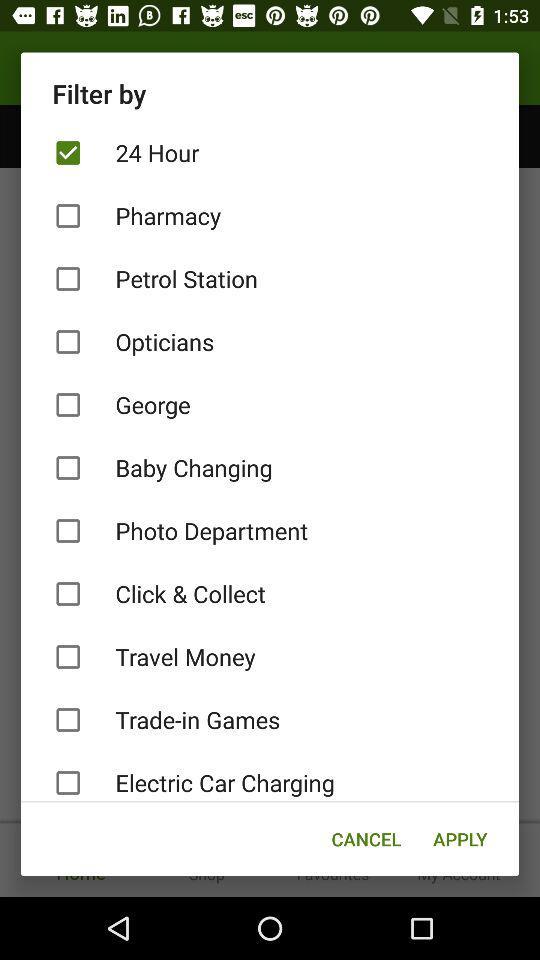 Image resolution: width=540 pixels, height=960 pixels. What do you see at coordinates (270, 216) in the screenshot?
I see `icon below the 24 hour icon` at bounding box center [270, 216].